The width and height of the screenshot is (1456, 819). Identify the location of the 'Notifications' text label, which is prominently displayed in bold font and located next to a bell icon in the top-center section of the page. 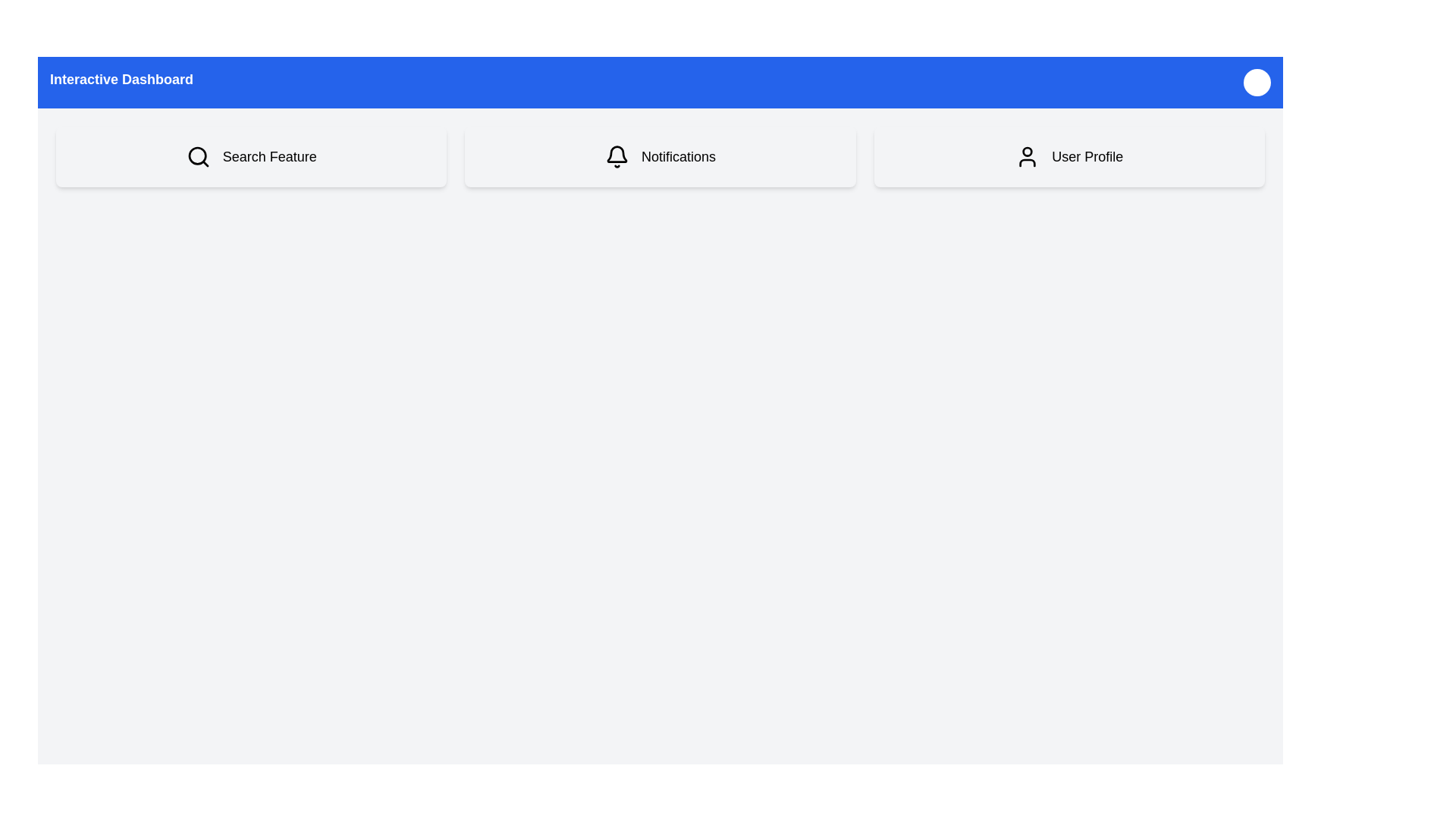
(677, 157).